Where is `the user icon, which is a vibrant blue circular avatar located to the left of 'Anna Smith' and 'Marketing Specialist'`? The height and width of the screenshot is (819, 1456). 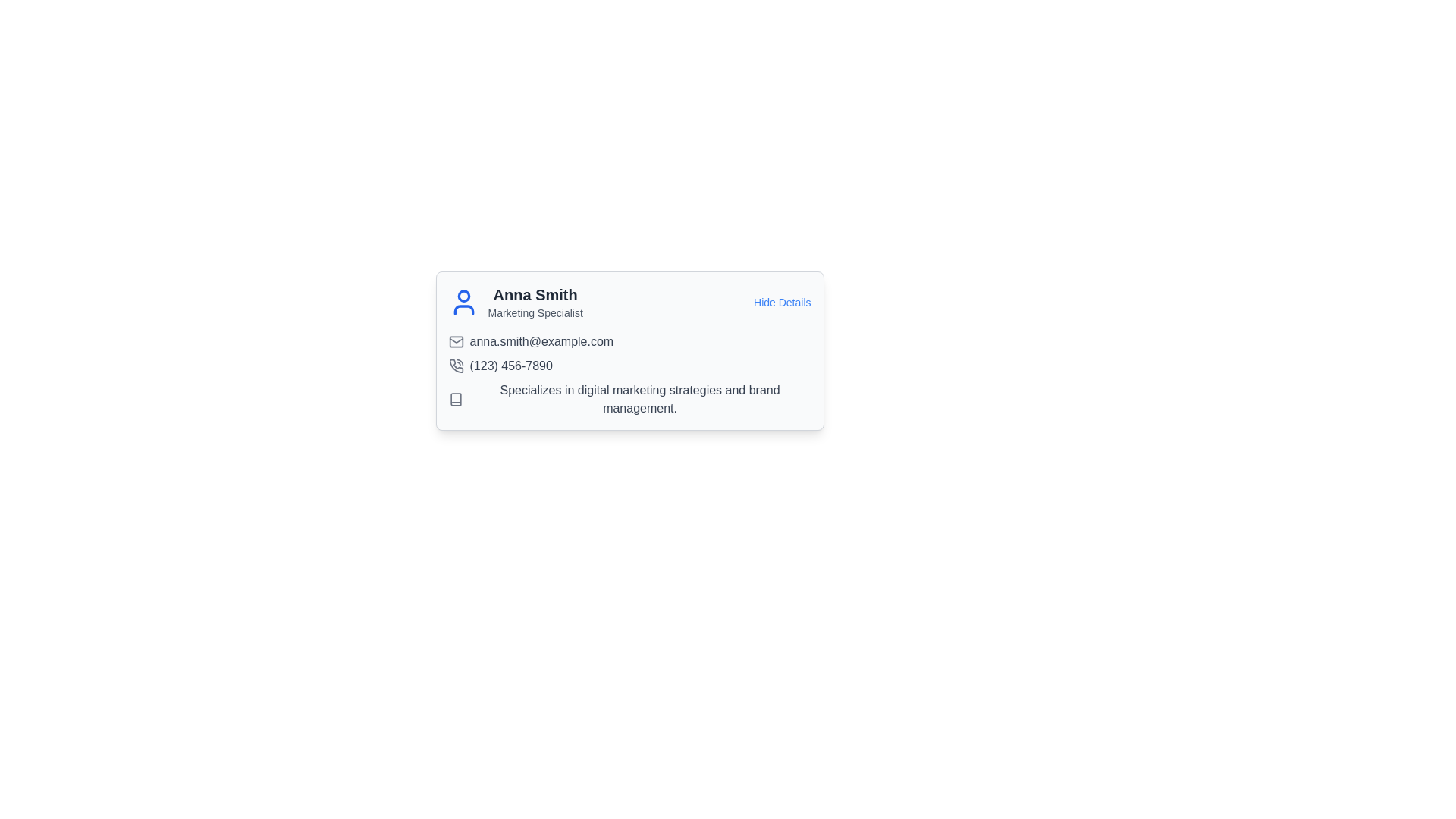 the user icon, which is a vibrant blue circular avatar located to the left of 'Anna Smith' and 'Marketing Specialist' is located at coordinates (463, 302).